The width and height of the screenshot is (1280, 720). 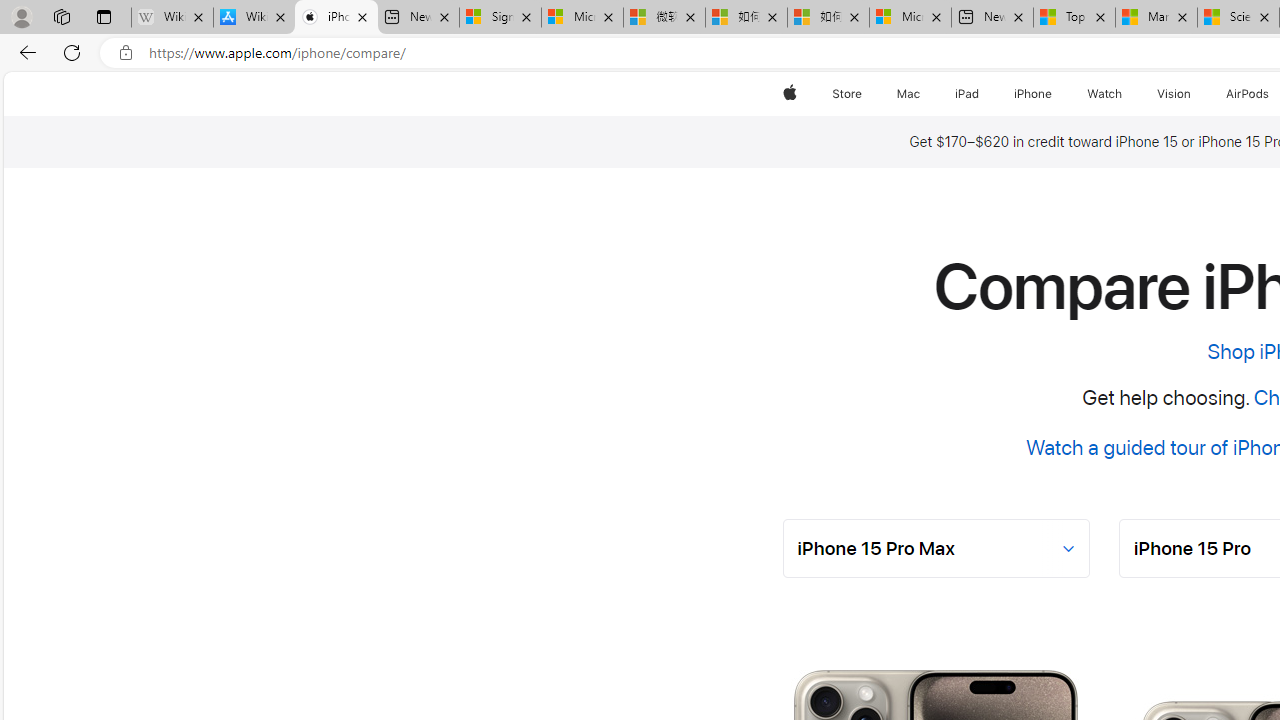 What do you see at coordinates (846, 93) in the screenshot?
I see `'Store'` at bounding box center [846, 93].